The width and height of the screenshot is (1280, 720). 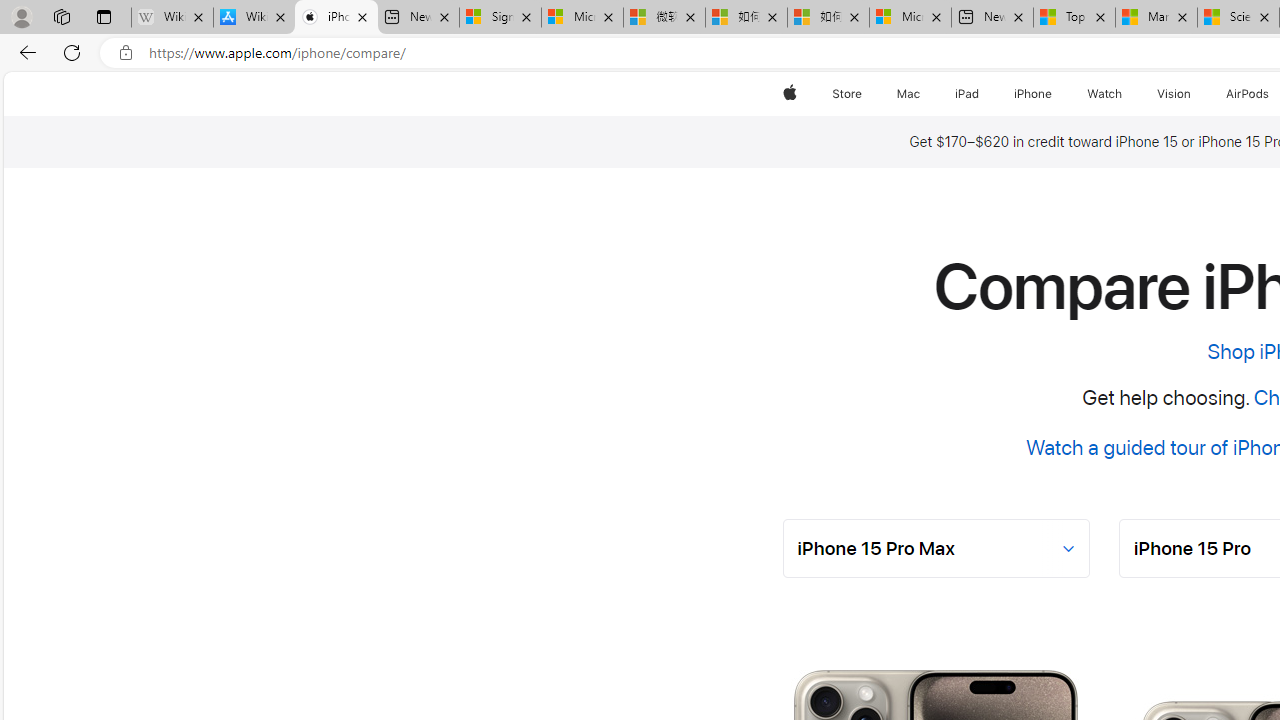 What do you see at coordinates (846, 93) in the screenshot?
I see `'Store'` at bounding box center [846, 93].